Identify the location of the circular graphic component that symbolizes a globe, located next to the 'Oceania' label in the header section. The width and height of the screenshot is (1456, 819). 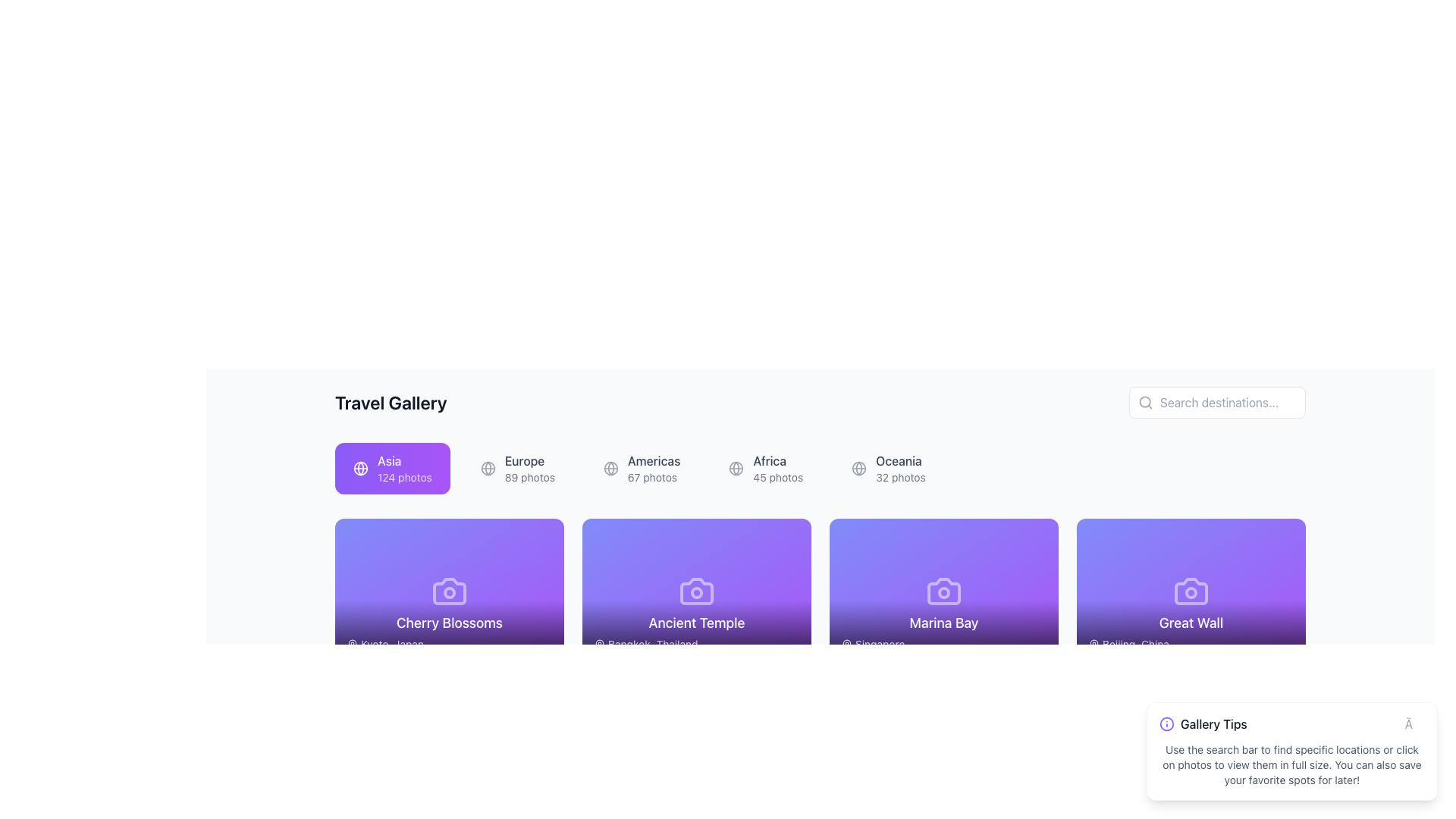
(859, 467).